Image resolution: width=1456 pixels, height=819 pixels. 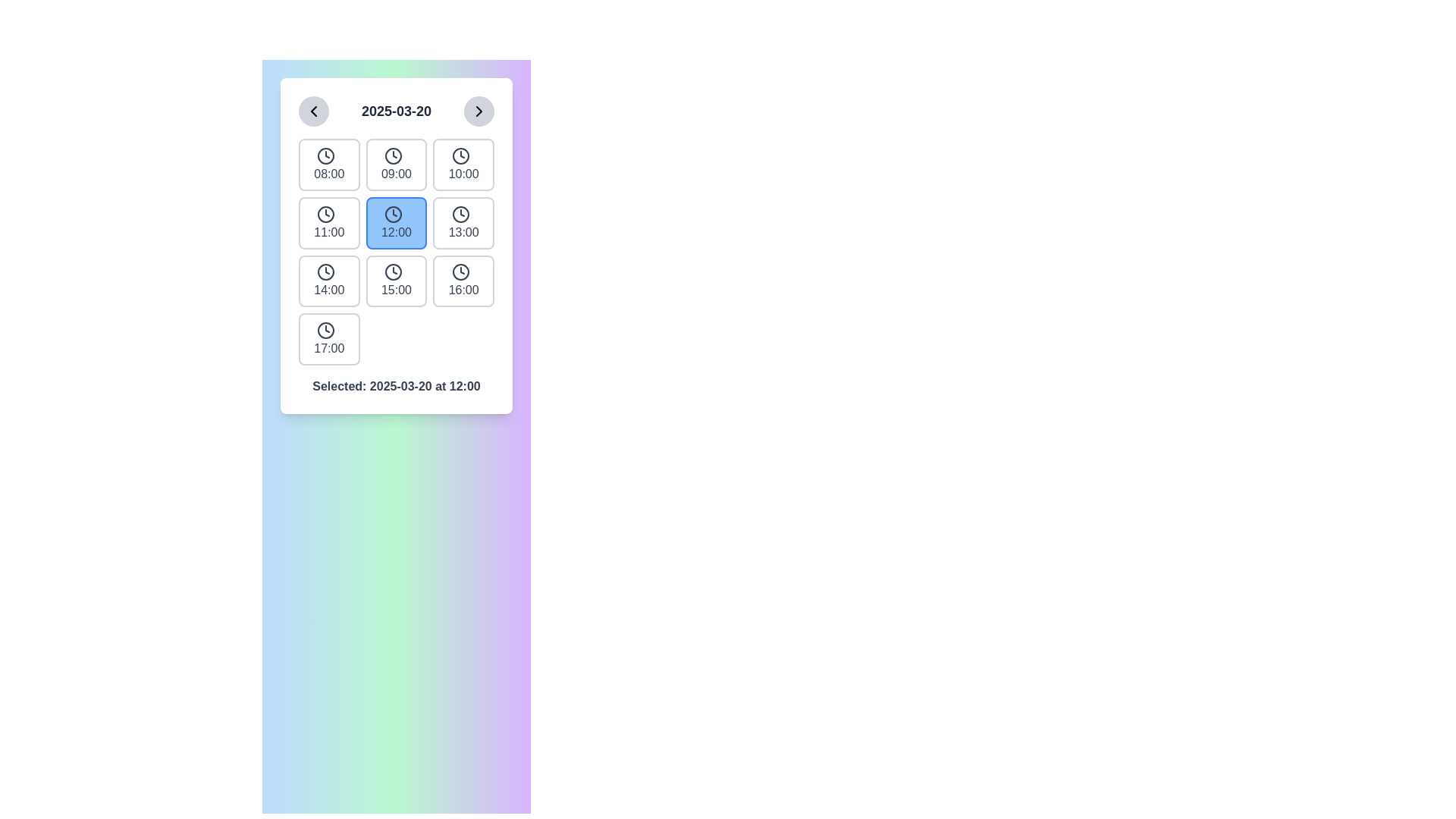 I want to click on the time slot button in the grid, so click(x=397, y=250).